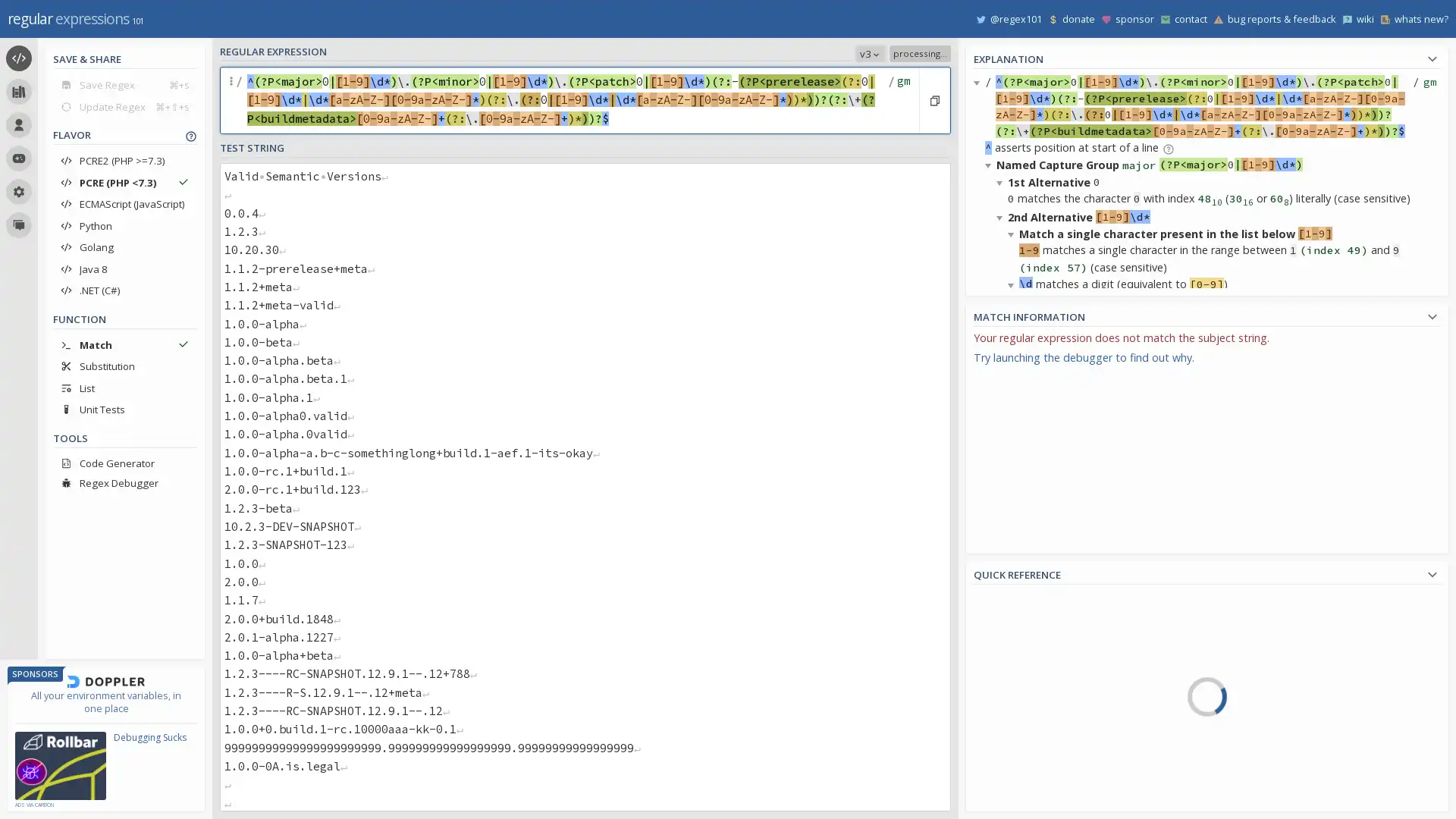  What do you see at coordinates (1044, 650) in the screenshot?
I see `Common Tokens` at bounding box center [1044, 650].